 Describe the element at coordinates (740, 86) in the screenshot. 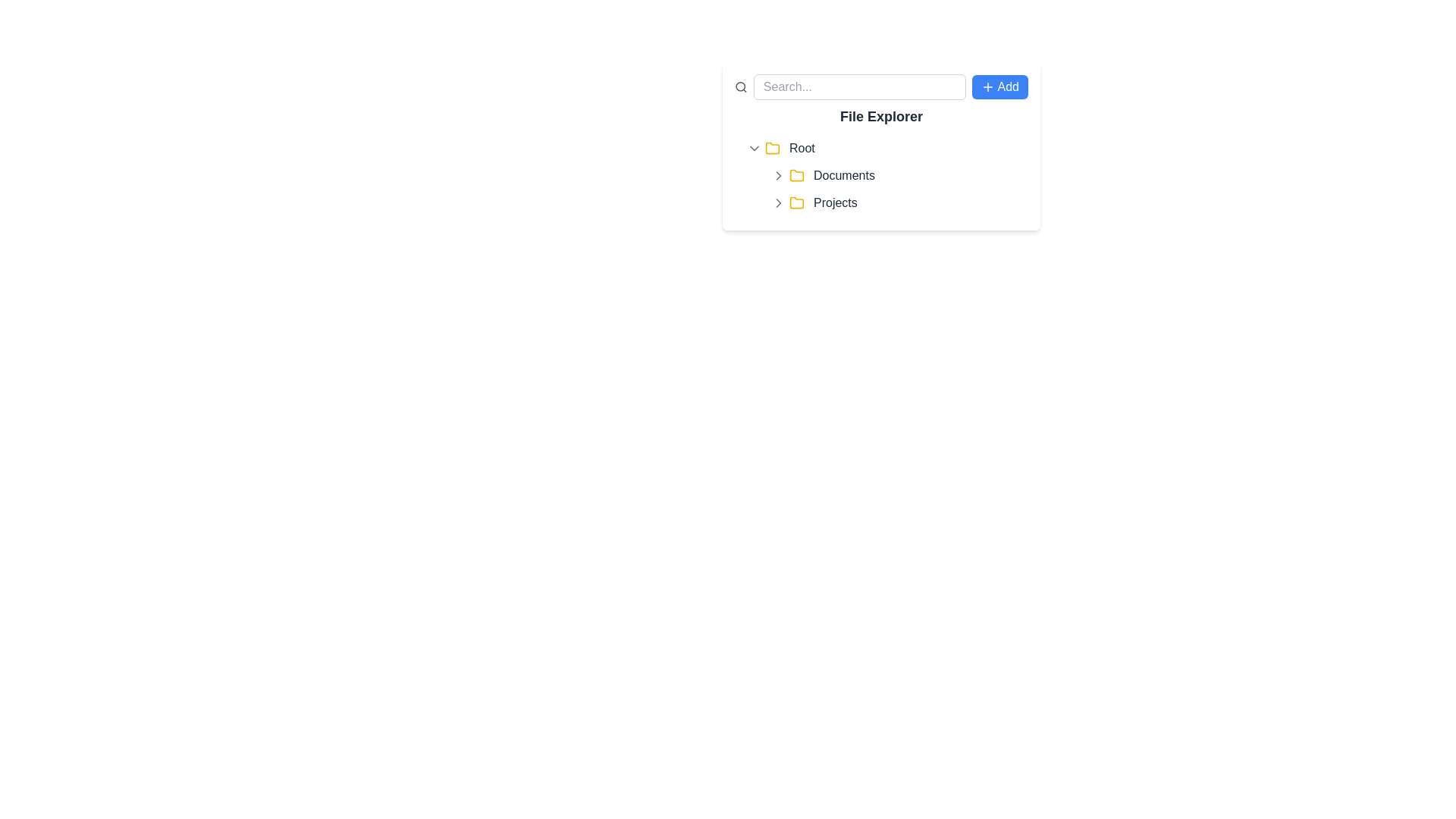

I see `the small circular icon resembling a magnifying glass lens, which indicates the search function located to the left of the search input field` at that location.